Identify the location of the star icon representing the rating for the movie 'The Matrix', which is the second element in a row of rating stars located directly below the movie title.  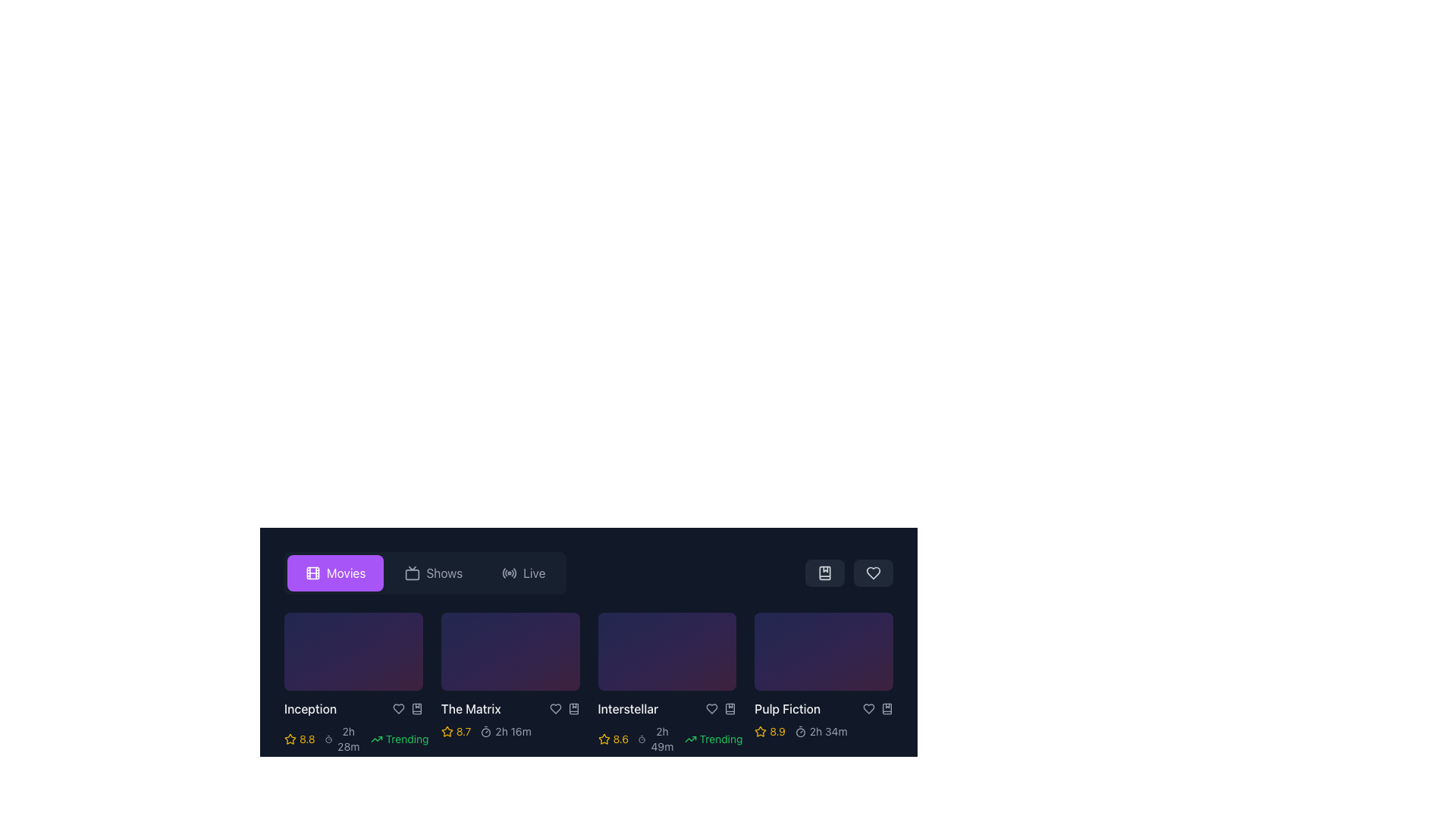
(446, 730).